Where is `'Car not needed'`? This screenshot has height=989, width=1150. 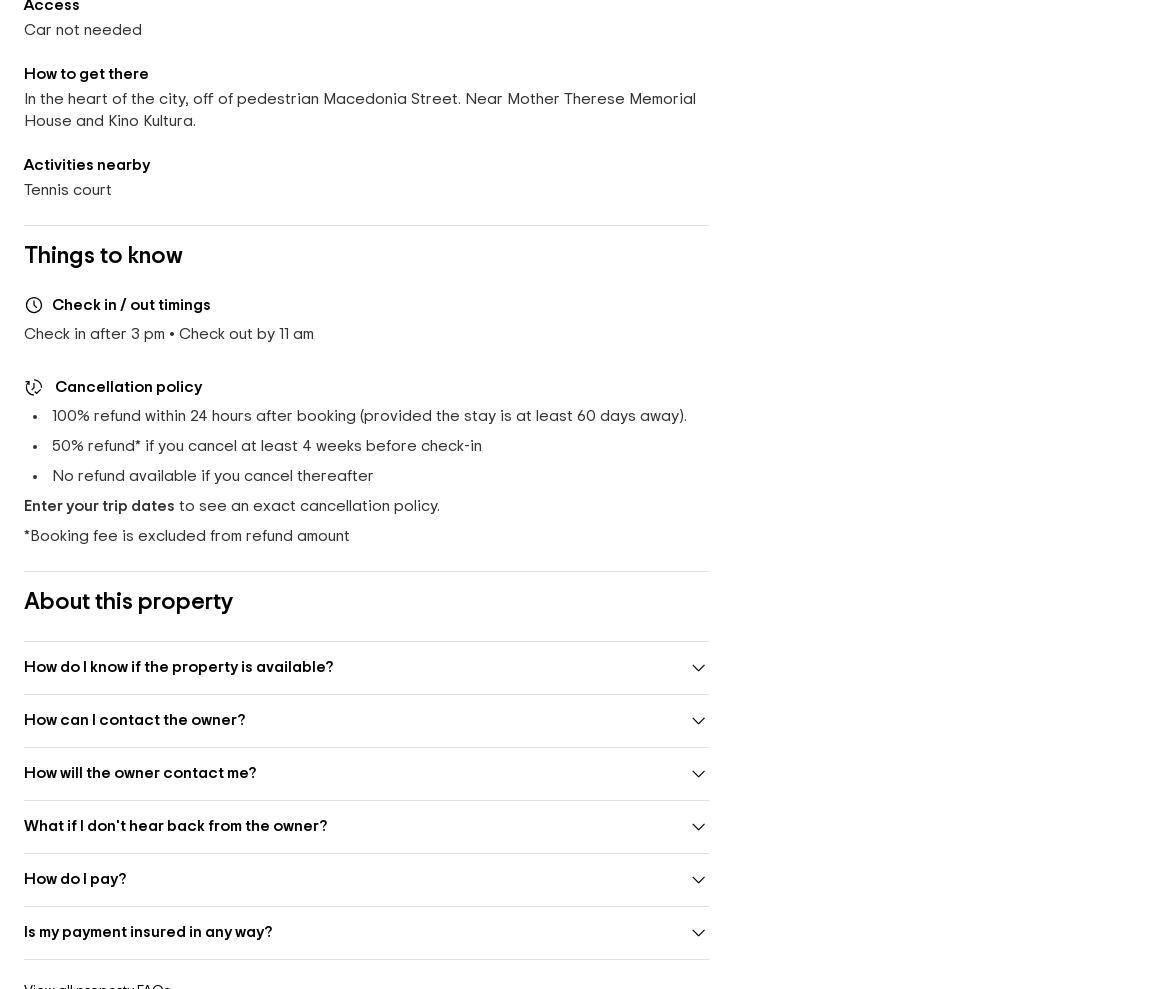 'Car not needed' is located at coordinates (23, 28).